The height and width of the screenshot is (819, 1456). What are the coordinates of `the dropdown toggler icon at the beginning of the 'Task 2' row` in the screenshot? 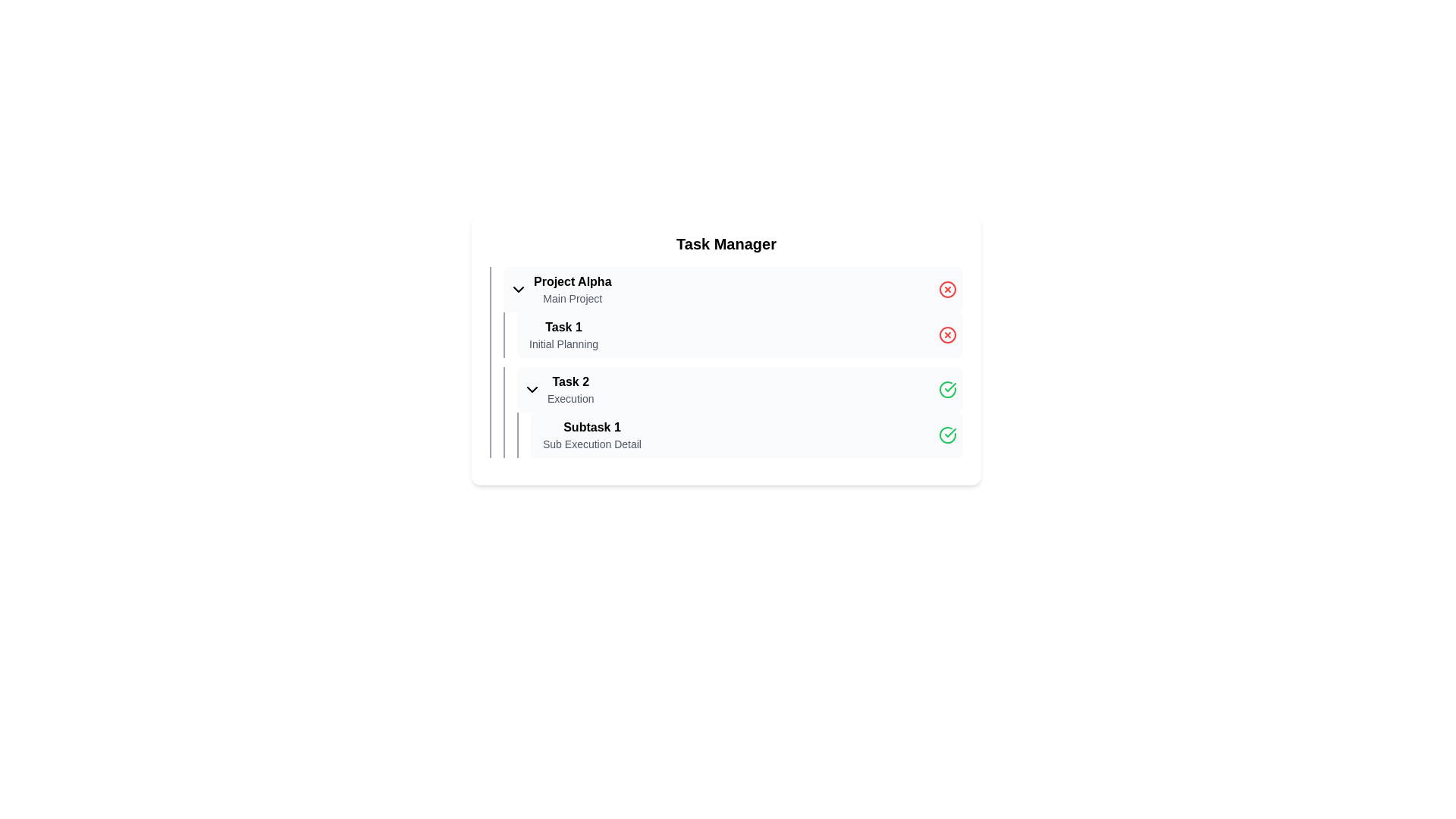 It's located at (532, 388).